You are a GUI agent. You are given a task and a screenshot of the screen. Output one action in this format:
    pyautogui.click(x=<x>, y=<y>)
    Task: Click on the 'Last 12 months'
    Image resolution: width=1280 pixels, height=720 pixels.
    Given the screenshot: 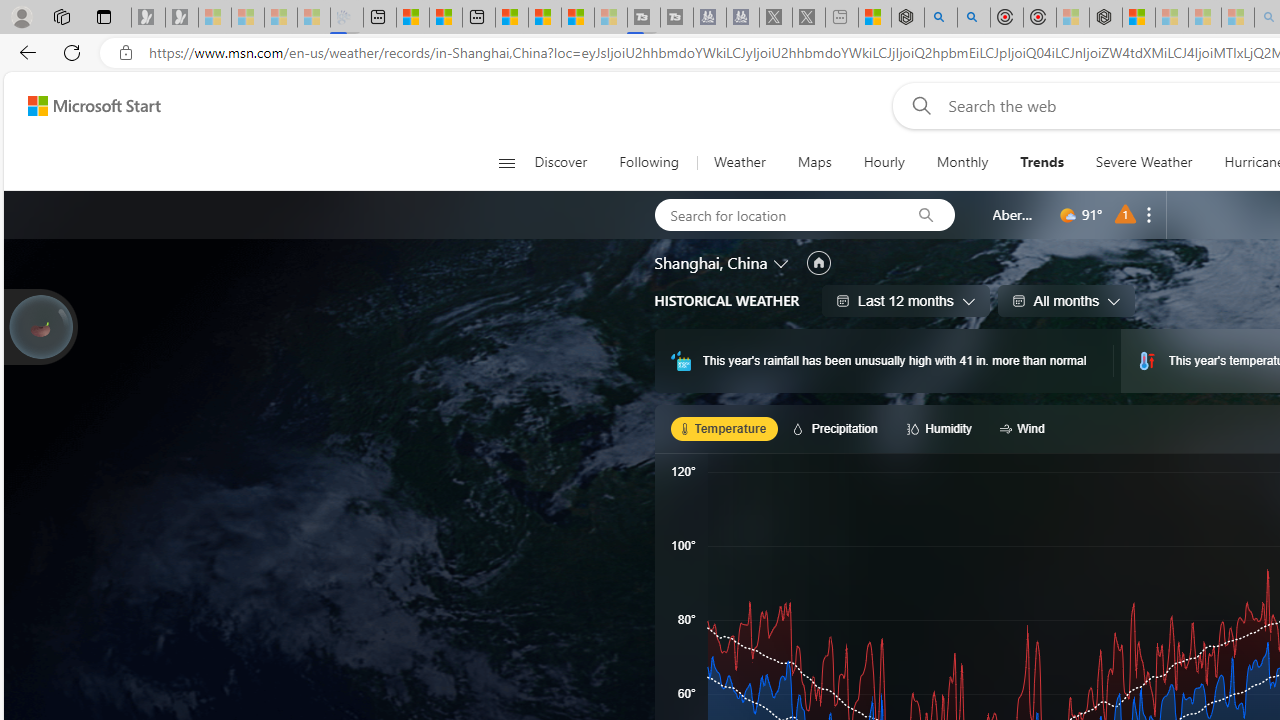 What is the action you would take?
    pyautogui.click(x=905, y=300)
    